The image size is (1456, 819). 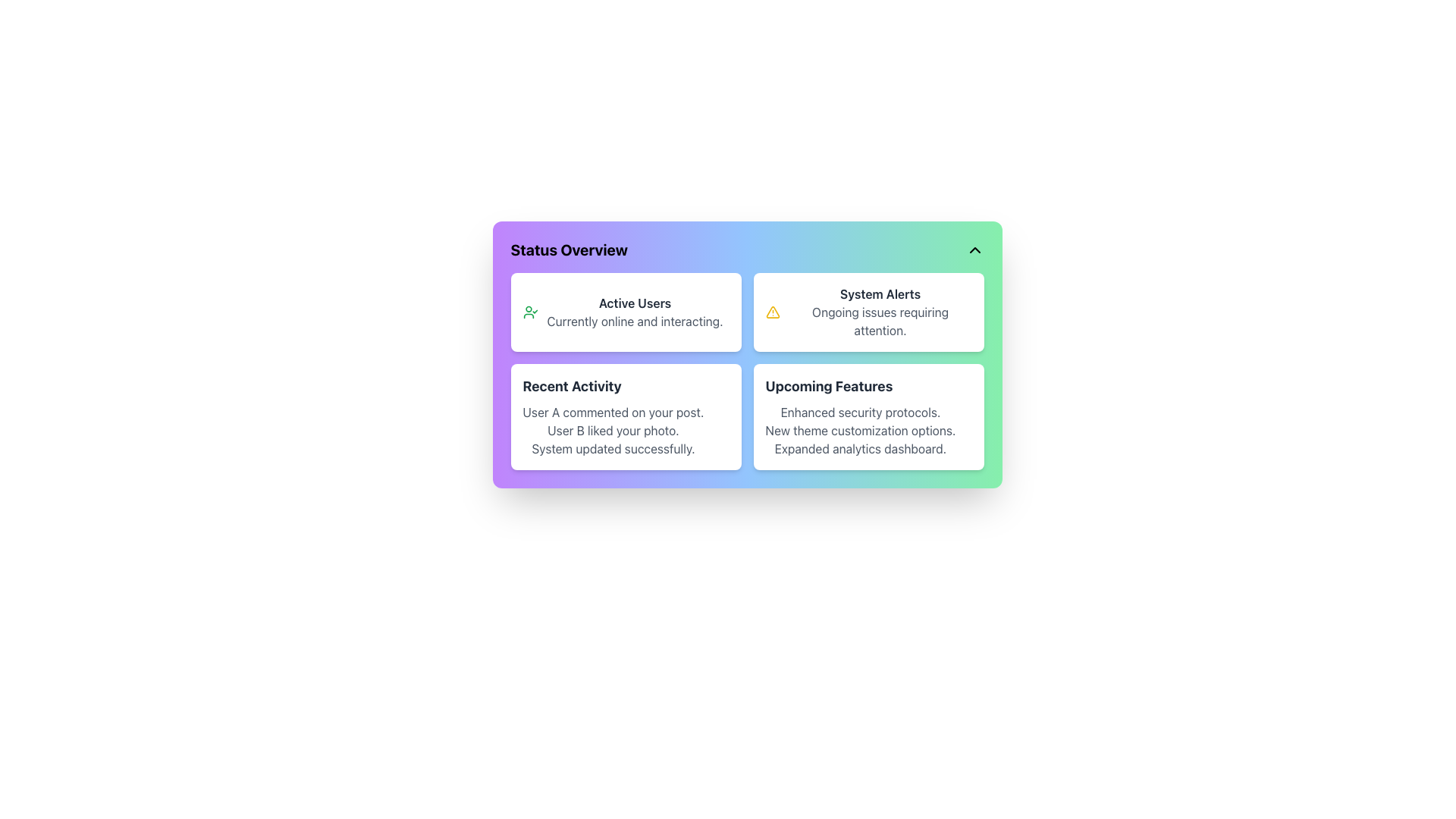 I want to click on the text label displaying 'Enhanced security protocols.' which is the first item in the vertically aligned list under the 'Upcoming Features' card located in the bottom-right corner of the four-card grid, so click(x=860, y=412).